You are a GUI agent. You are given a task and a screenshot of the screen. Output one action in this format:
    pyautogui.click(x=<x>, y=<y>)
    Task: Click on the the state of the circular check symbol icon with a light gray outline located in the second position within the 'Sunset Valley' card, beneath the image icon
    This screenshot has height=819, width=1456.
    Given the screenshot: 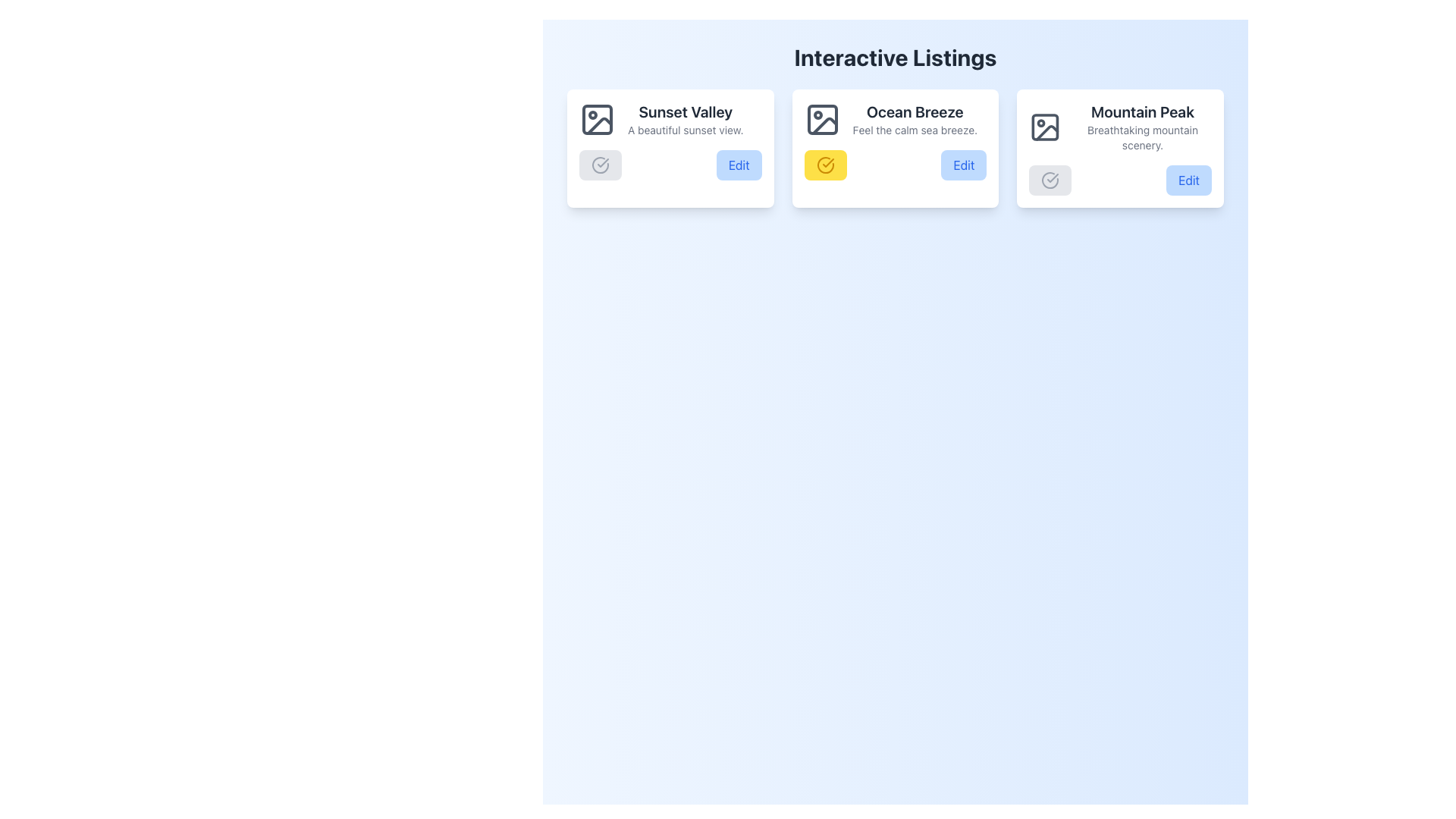 What is the action you would take?
    pyautogui.click(x=600, y=165)
    